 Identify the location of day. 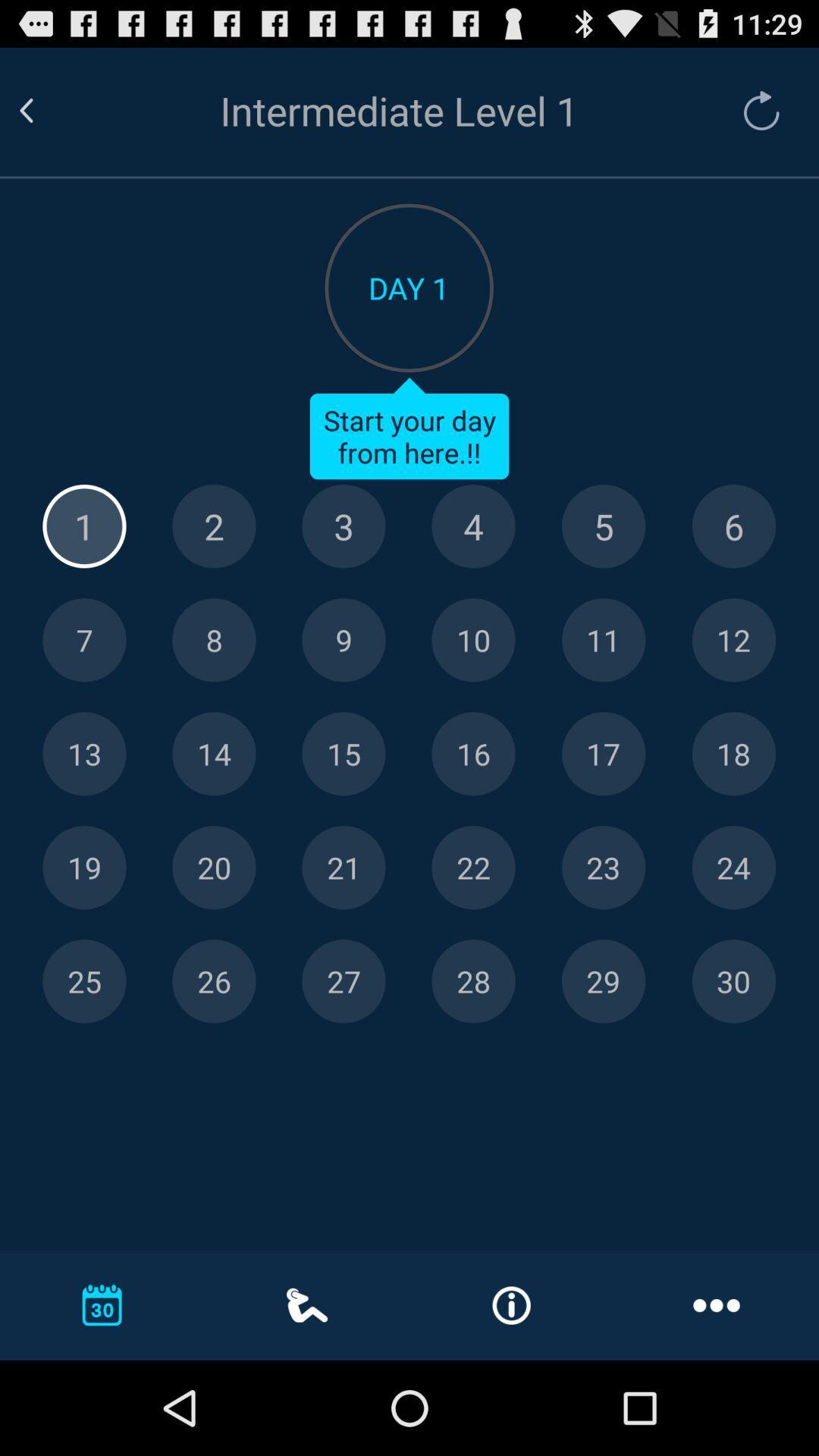
(84, 640).